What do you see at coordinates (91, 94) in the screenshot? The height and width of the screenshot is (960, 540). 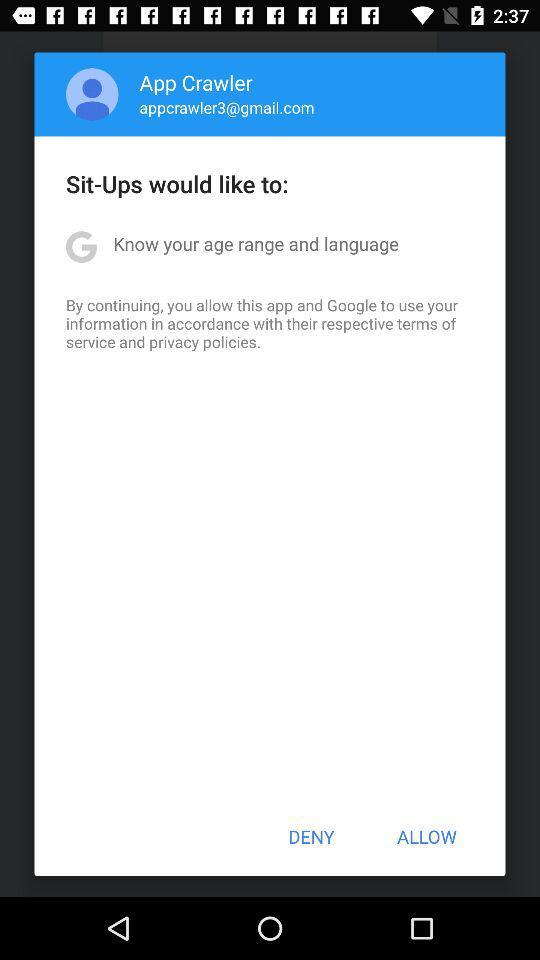 I see `item above the sit ups would app` at bounding box center [91, 94].